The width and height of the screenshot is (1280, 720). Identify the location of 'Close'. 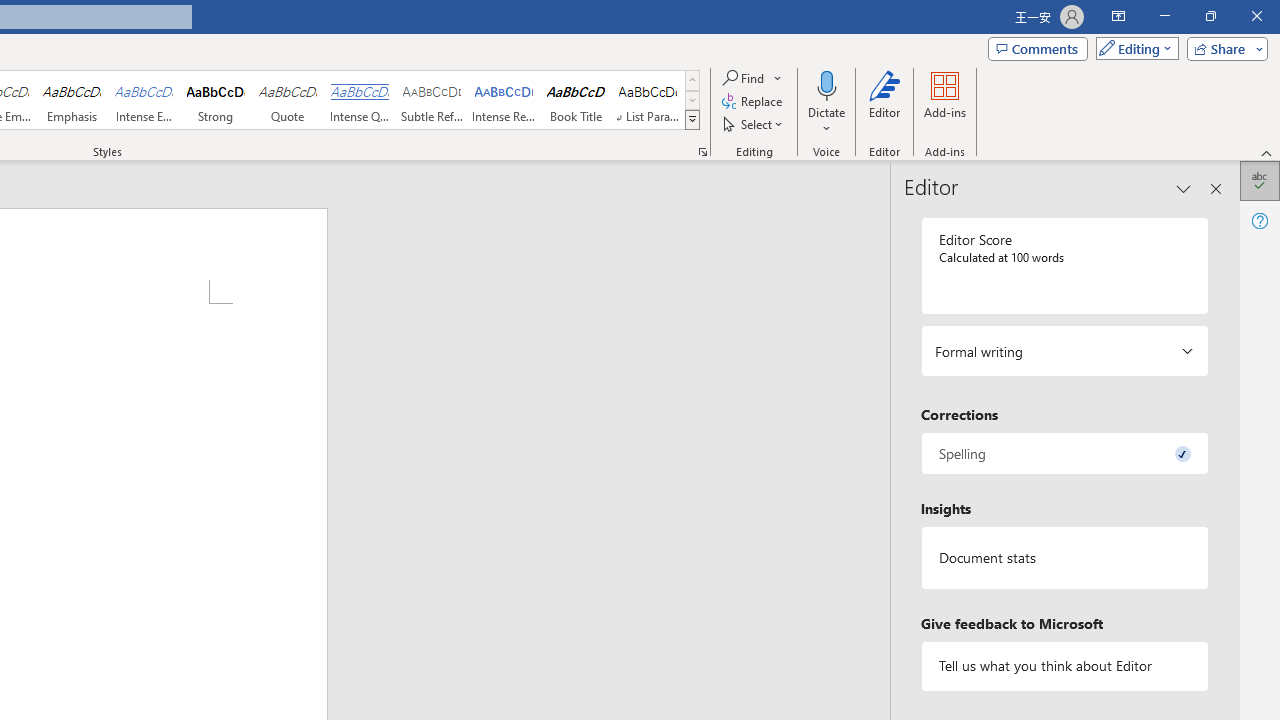
(1255, 16).